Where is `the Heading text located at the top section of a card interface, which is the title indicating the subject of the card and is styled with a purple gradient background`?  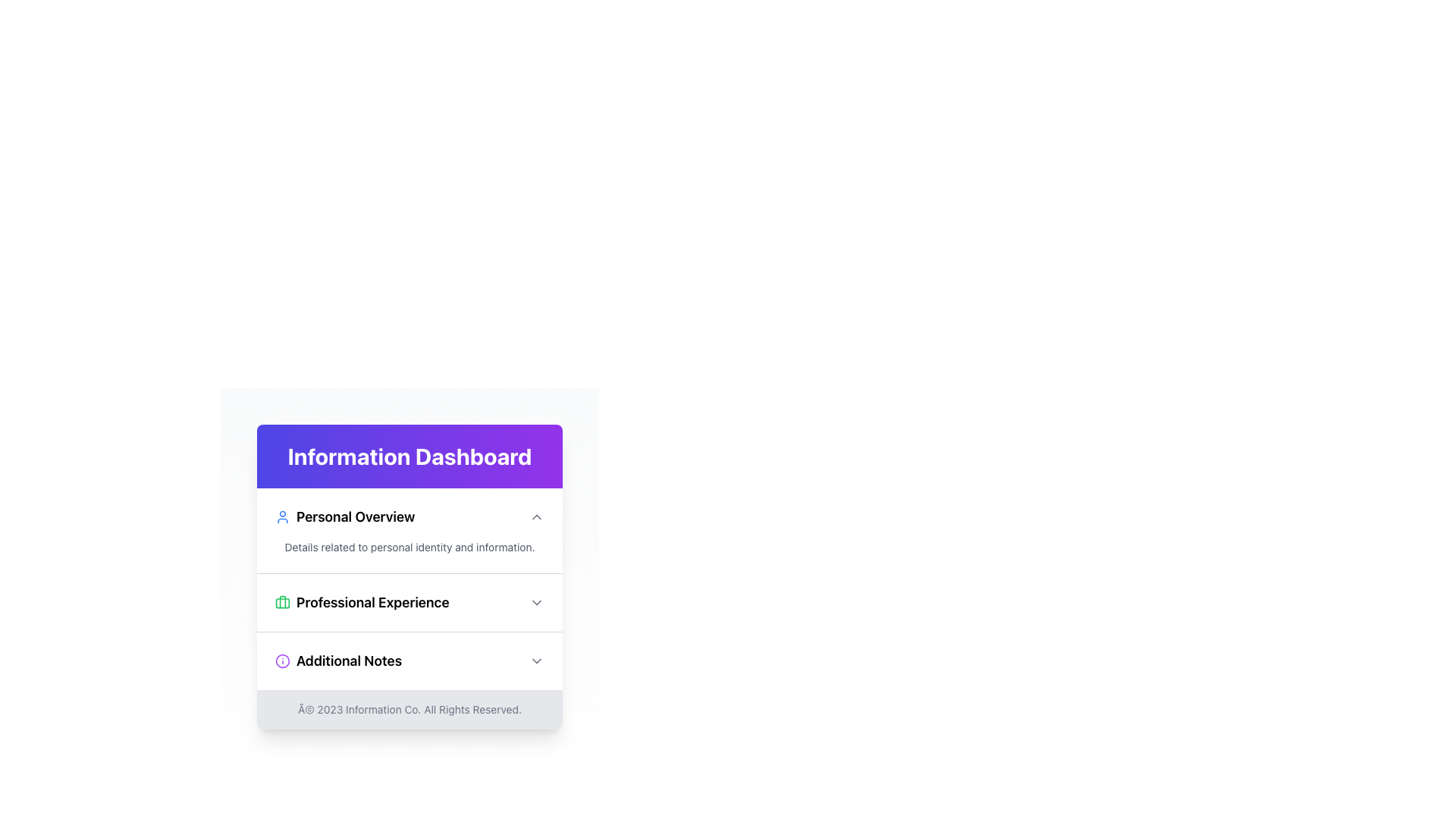
the Heading text located at the top section of a card interface, which is the title indicating the subject of the card and is styled with a purple gradient background is located at coordinates (409, 455).